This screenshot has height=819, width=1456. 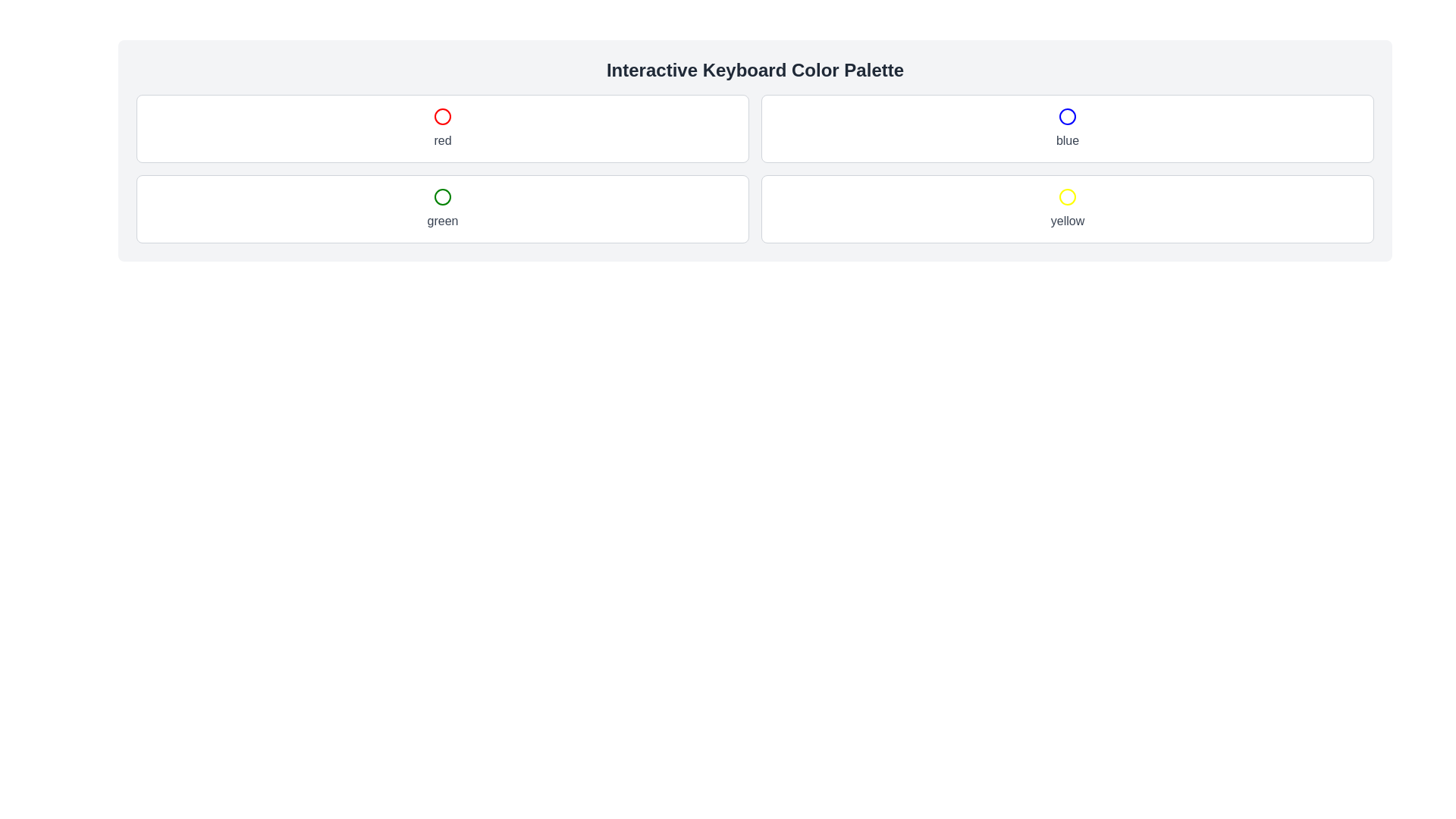 I want to click on the yellow-colored circular SVG element located in the bottom row of a 2x2 grid, positioned second from the left under the label 'yellow', so click(x=1066, y=196).